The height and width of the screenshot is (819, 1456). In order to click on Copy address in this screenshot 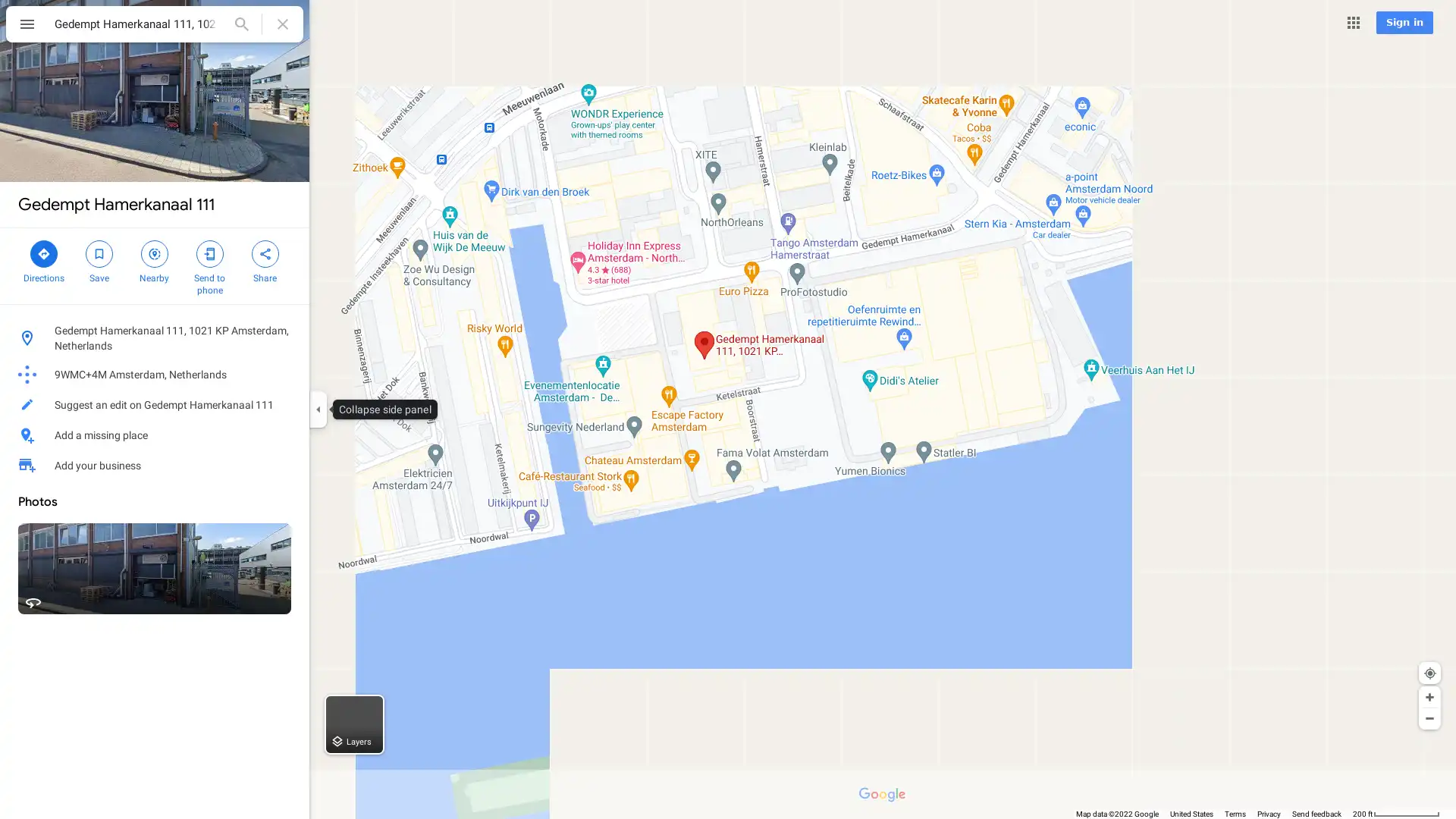, I will do `click(281, 337)`.